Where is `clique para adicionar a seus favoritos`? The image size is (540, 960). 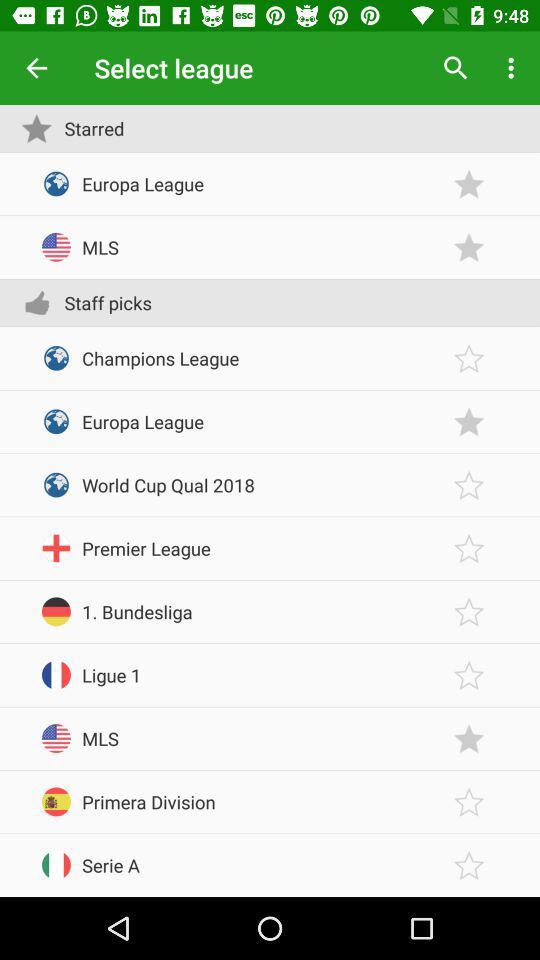
clique para adicionar a seus favoritos is located at coordinates (469, 484).